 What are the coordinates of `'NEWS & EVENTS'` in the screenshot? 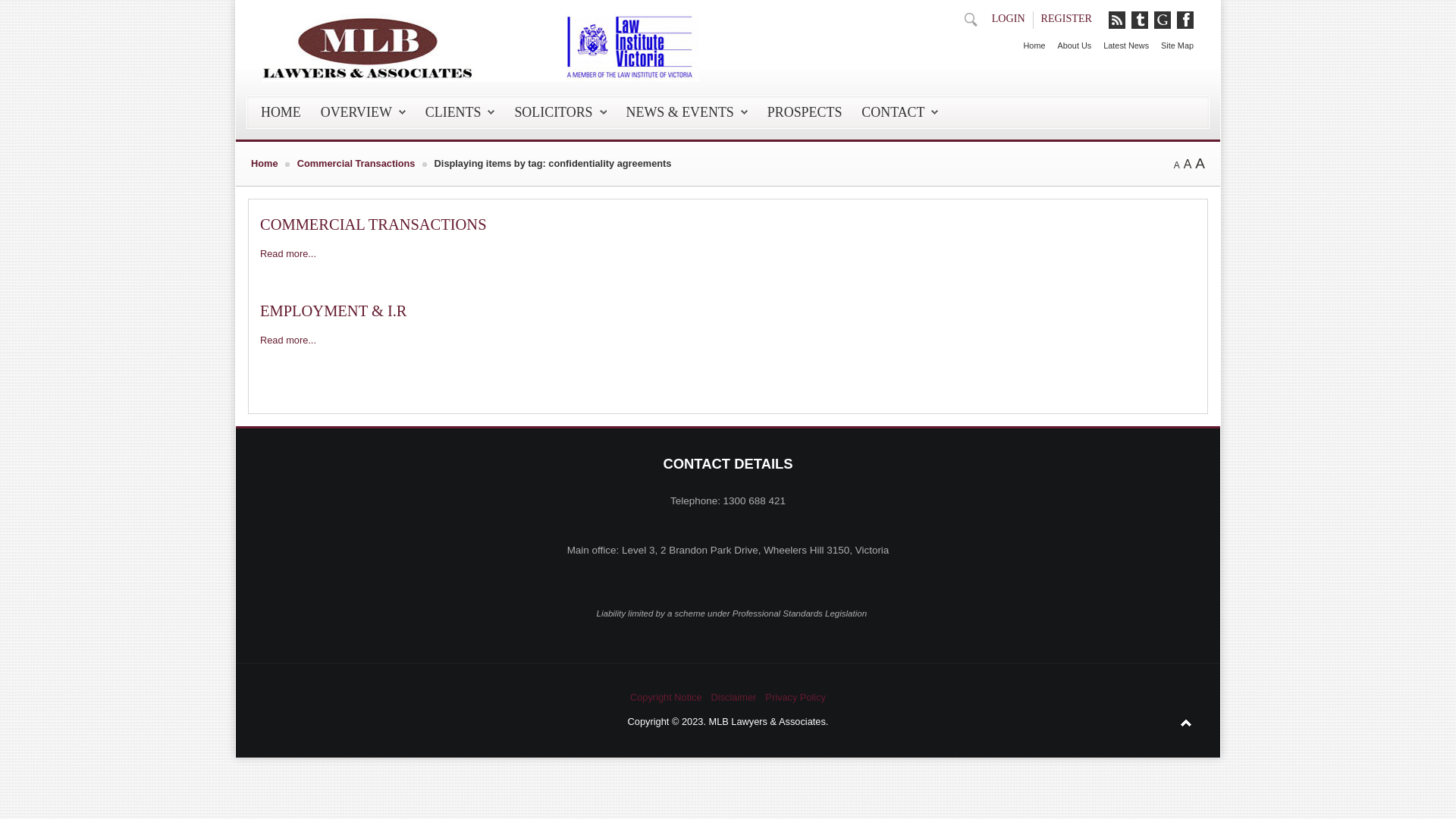 It's located at (686, 111).